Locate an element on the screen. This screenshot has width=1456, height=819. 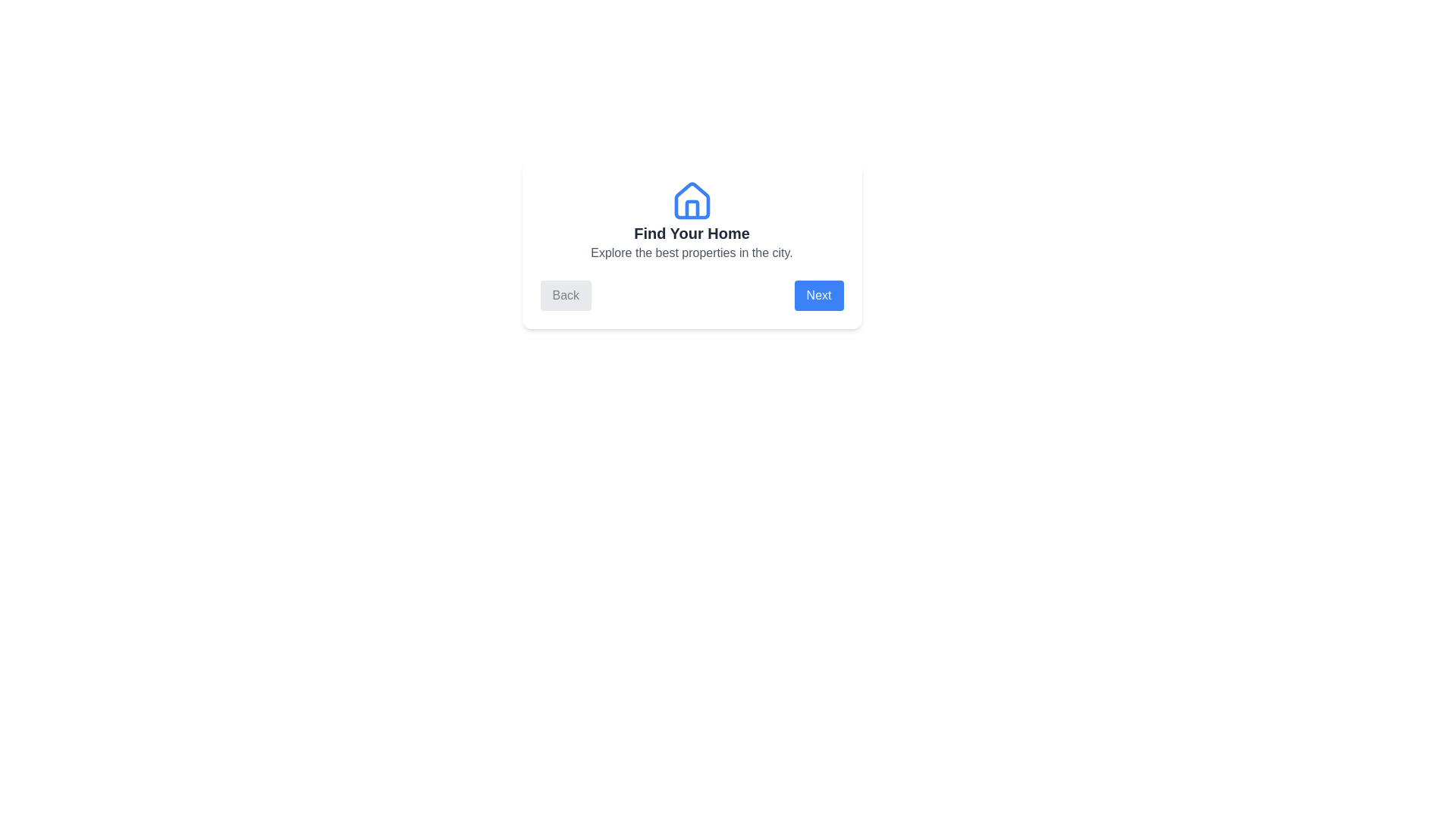
the icon associated with the current step to examine its details is located at coordinates (691, 201).